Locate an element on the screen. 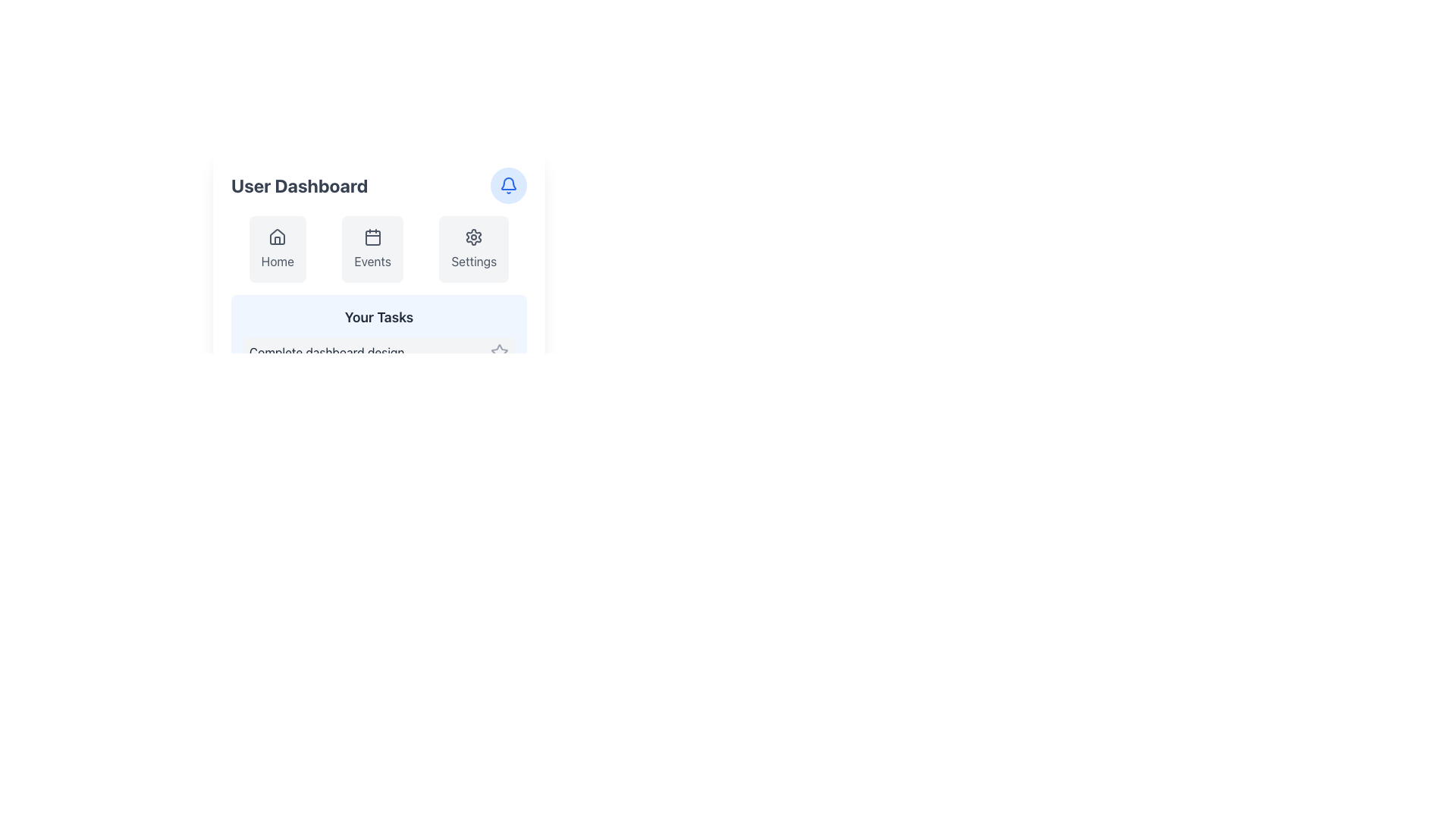  the 'Events' section of the navigation bar located centrally below the 'User Dashboard' heading is located at coordinates (378, 248).